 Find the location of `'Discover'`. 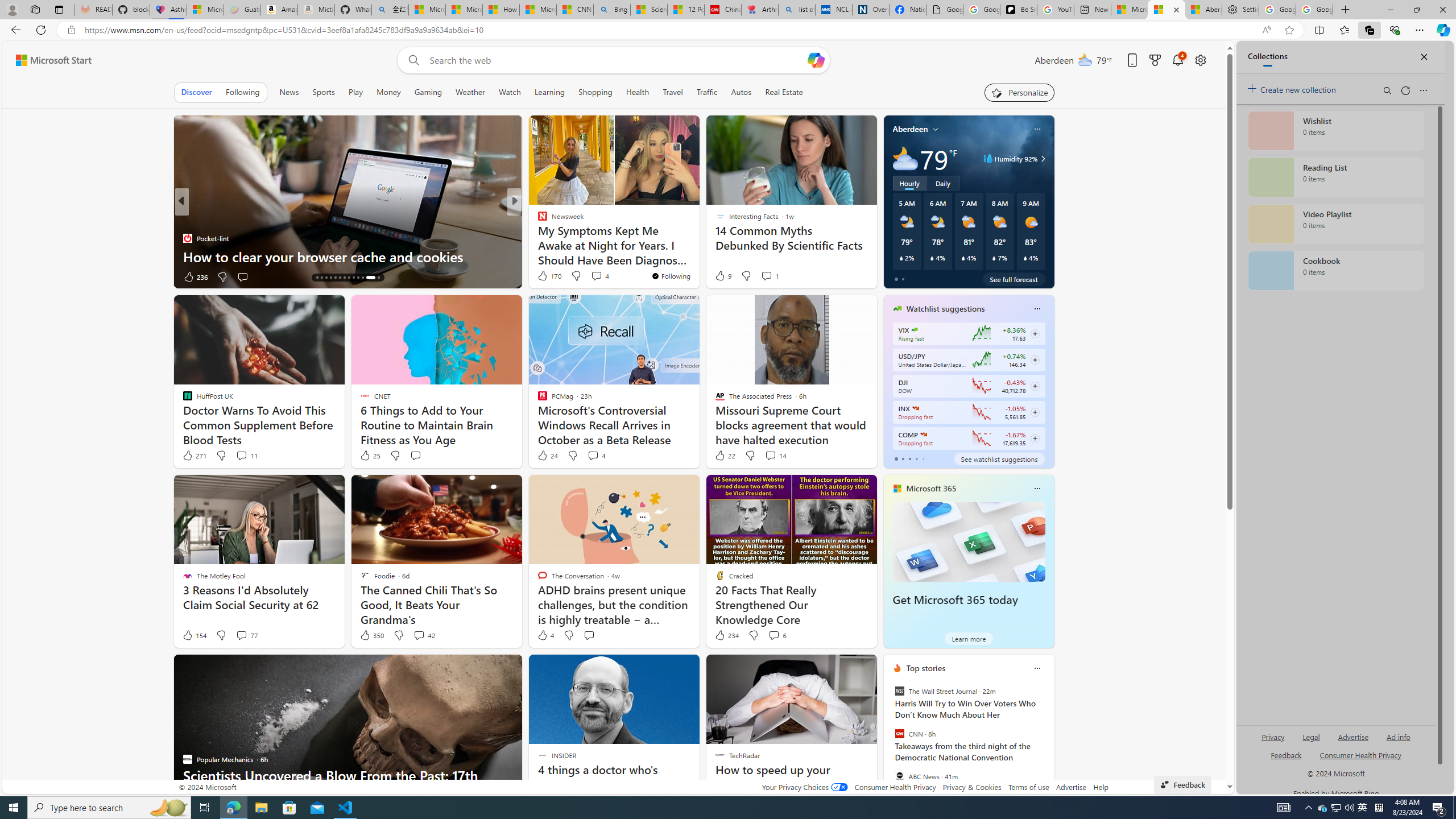

'Discover' is located at coordinates (195, 92).